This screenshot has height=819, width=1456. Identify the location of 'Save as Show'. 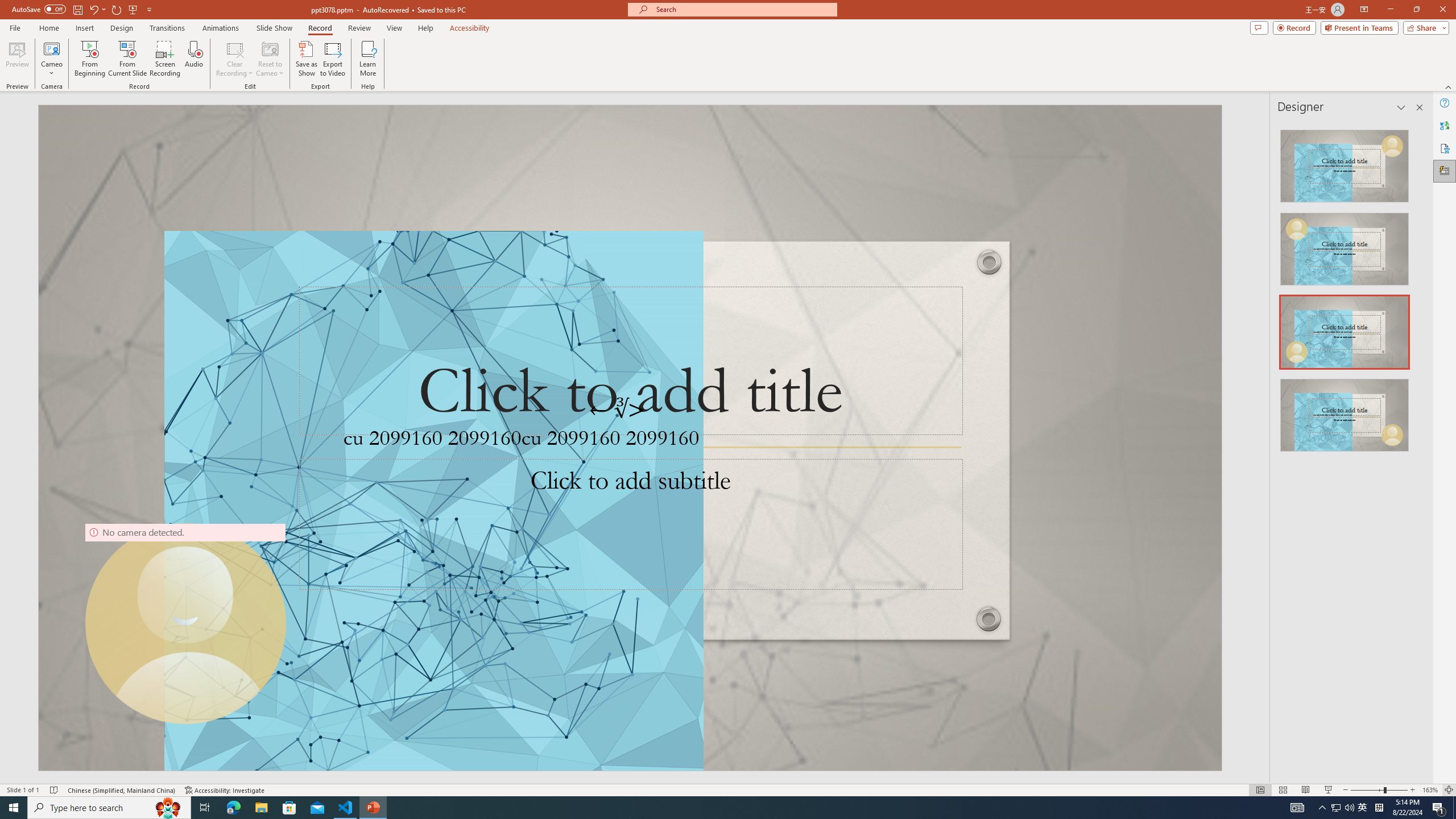
(306, 59).